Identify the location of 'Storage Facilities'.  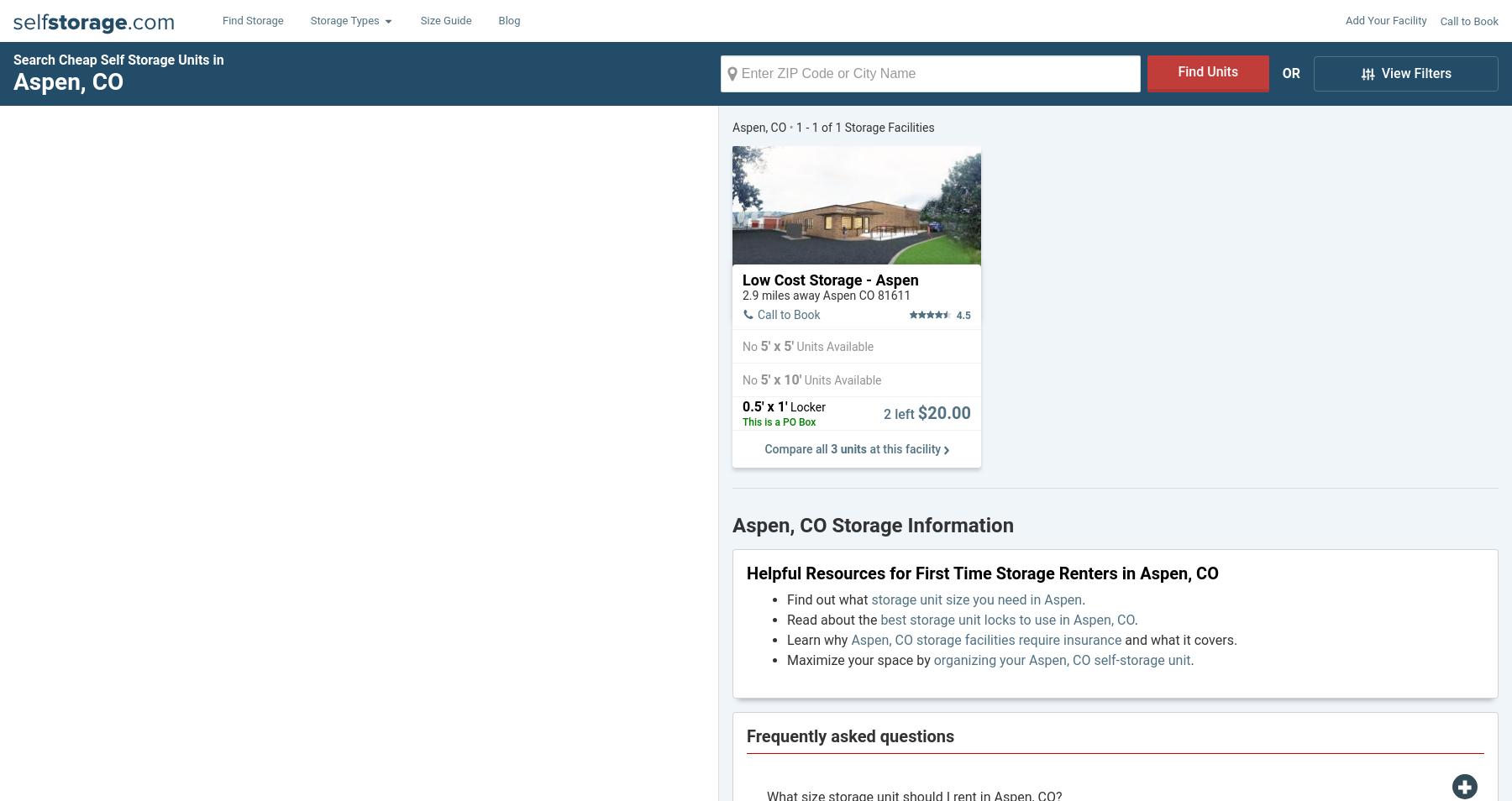
(887, 126).